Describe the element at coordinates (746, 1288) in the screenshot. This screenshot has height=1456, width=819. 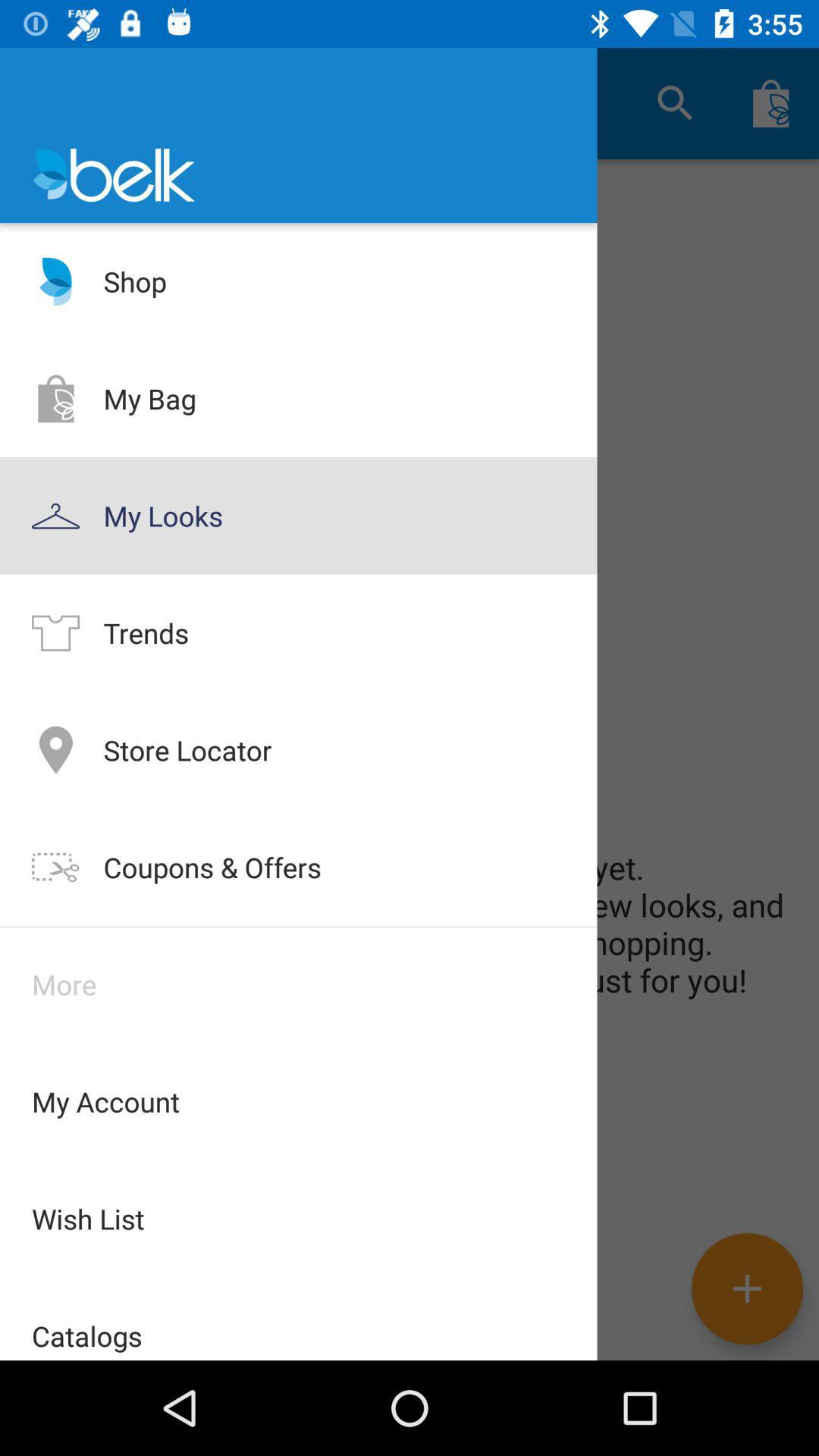
I see `the add icon` at that location.